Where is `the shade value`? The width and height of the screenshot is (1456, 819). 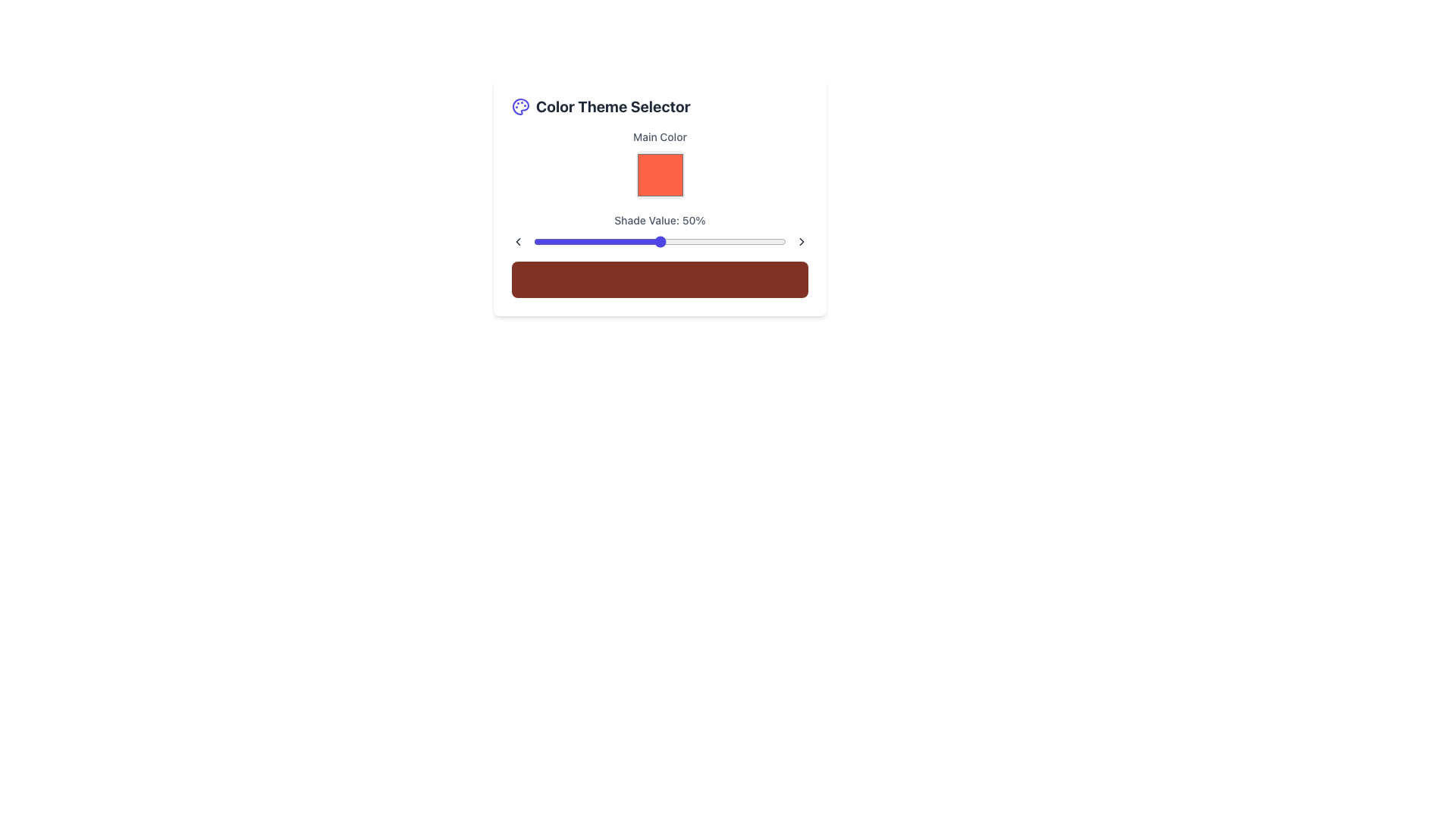 the shade value is located at coordinates (730, 241).